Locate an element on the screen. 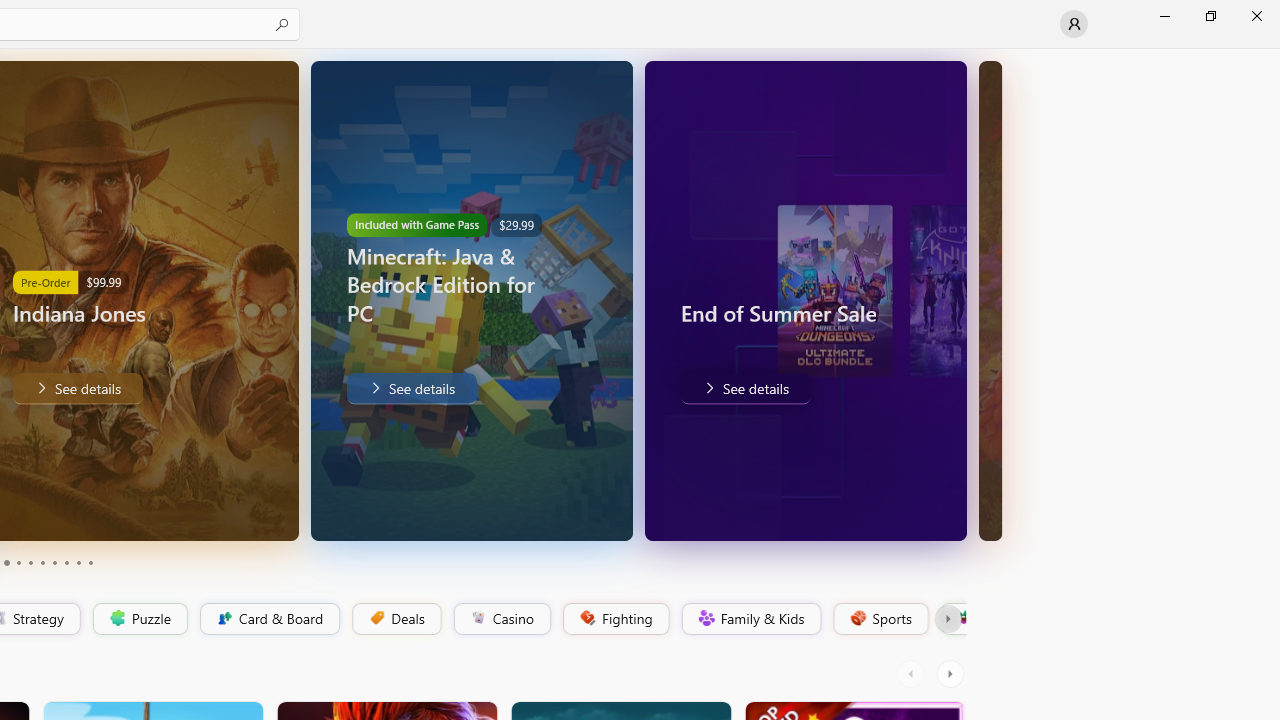  'Platformer' is located at coordinates (951, 618).